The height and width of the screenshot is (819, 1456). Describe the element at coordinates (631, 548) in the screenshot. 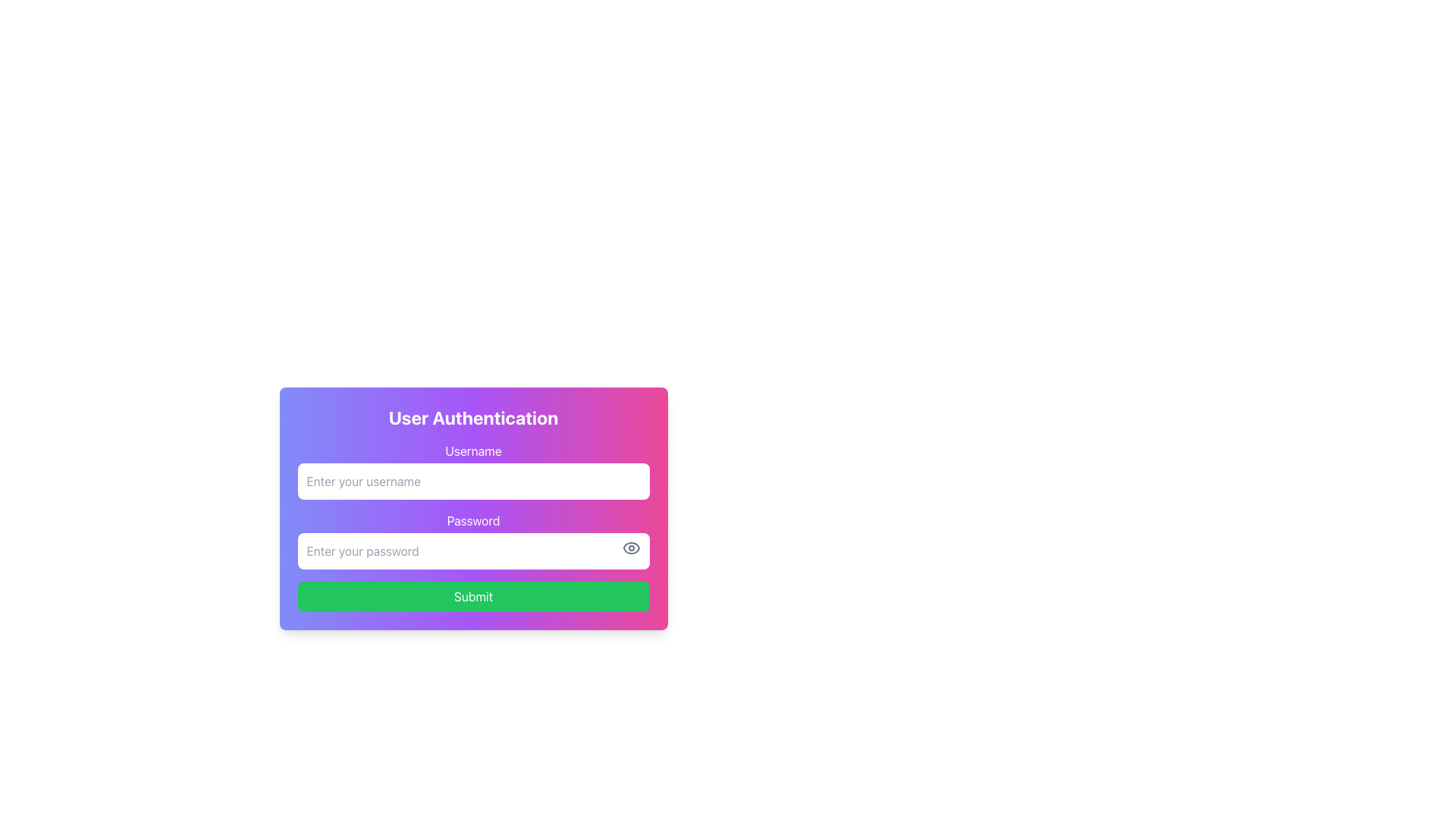

I see `the show/hide password toggle icon located at the top-right corner of the password entry box` at that location.